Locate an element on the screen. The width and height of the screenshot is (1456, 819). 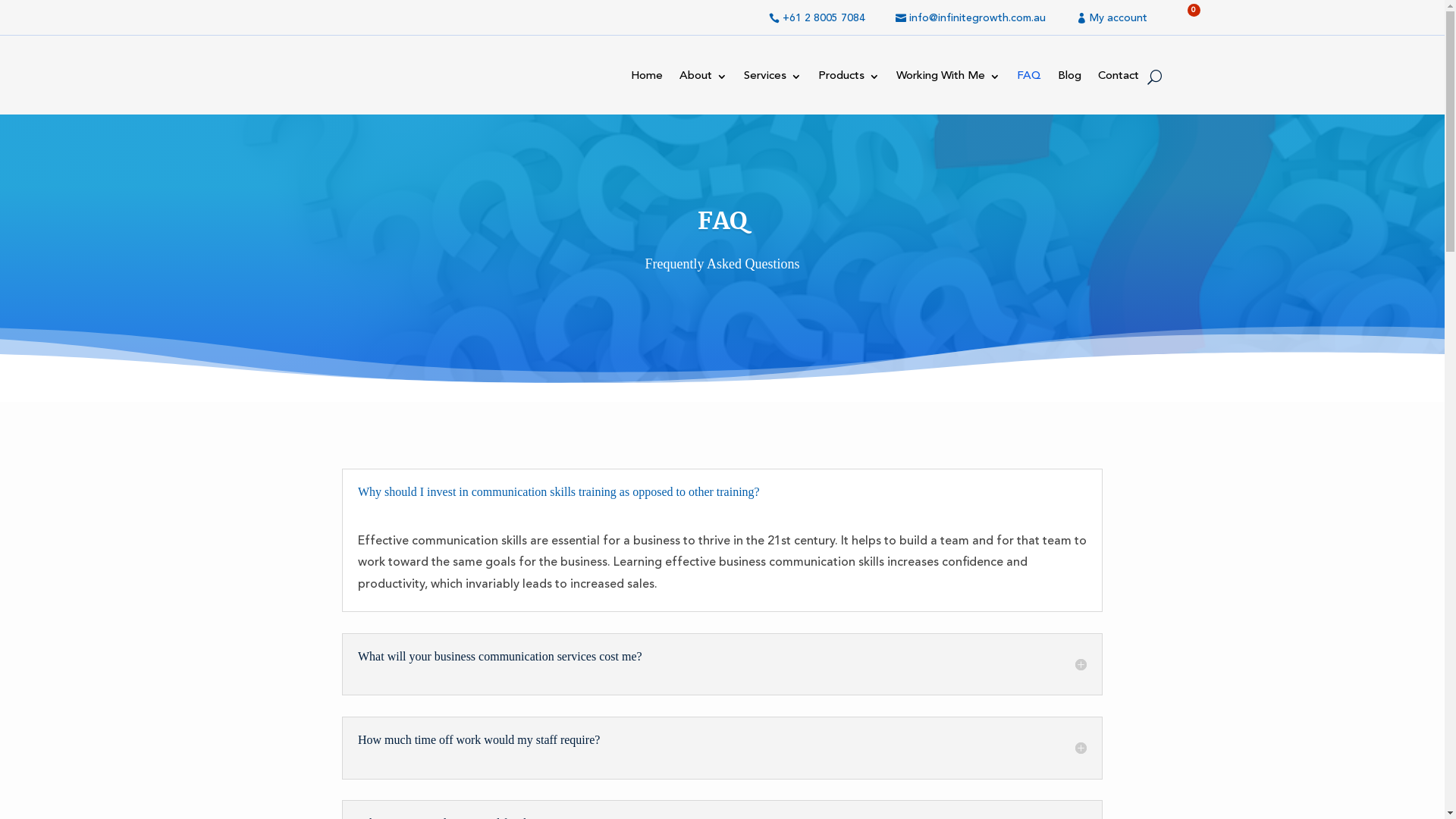
'About' is located at coordinates (702, 79).